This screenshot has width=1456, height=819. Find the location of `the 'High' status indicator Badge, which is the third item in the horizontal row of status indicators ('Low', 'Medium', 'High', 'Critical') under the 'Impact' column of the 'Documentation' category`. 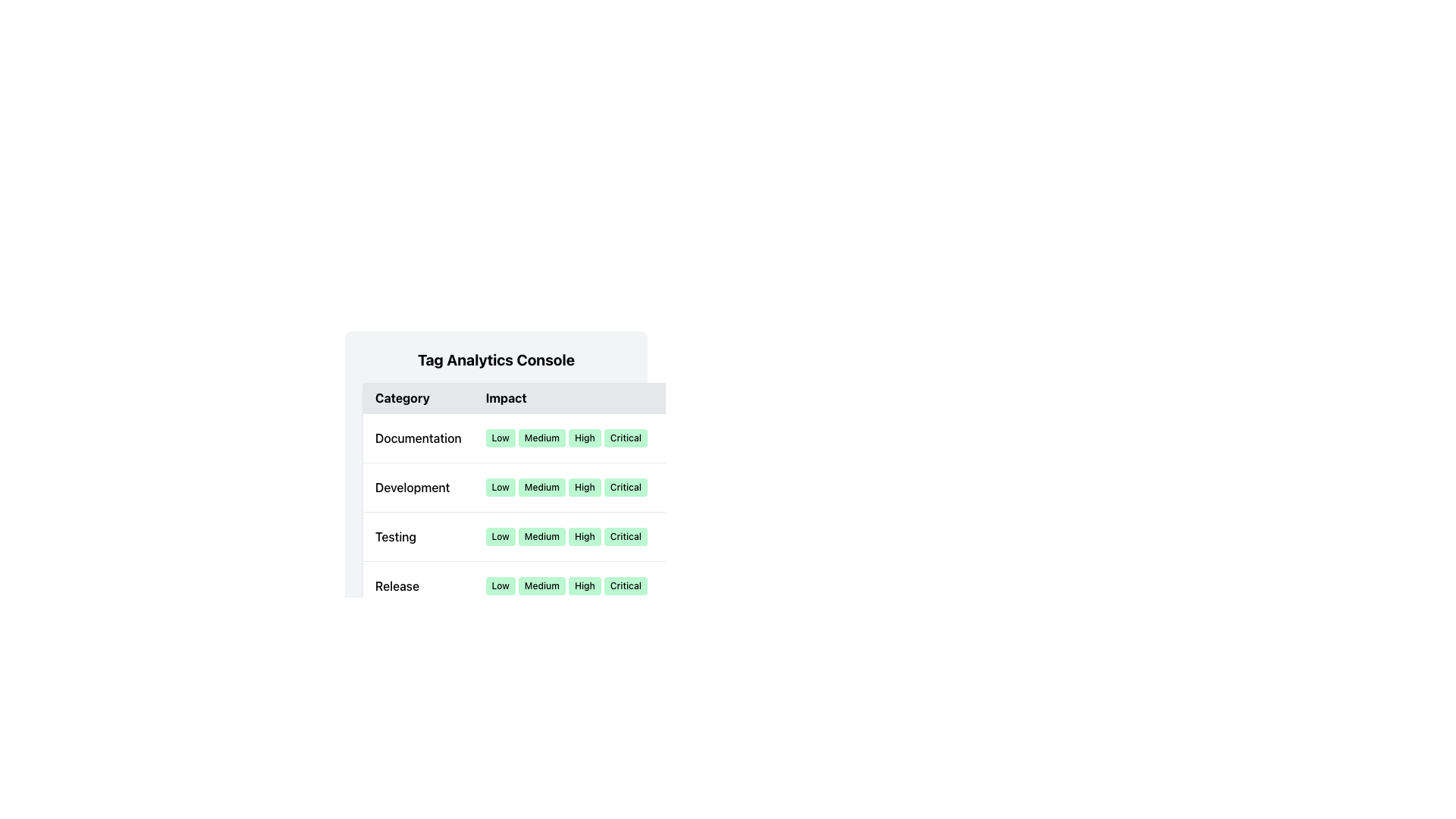

the 'High' status indicator Badge, which is the third item in the horizontal row of status indicators ('Low', 'Medium', 'High', 'Critical') under the 'Impact' column of the 'Documentation' category is located at coordinates (584, 438).